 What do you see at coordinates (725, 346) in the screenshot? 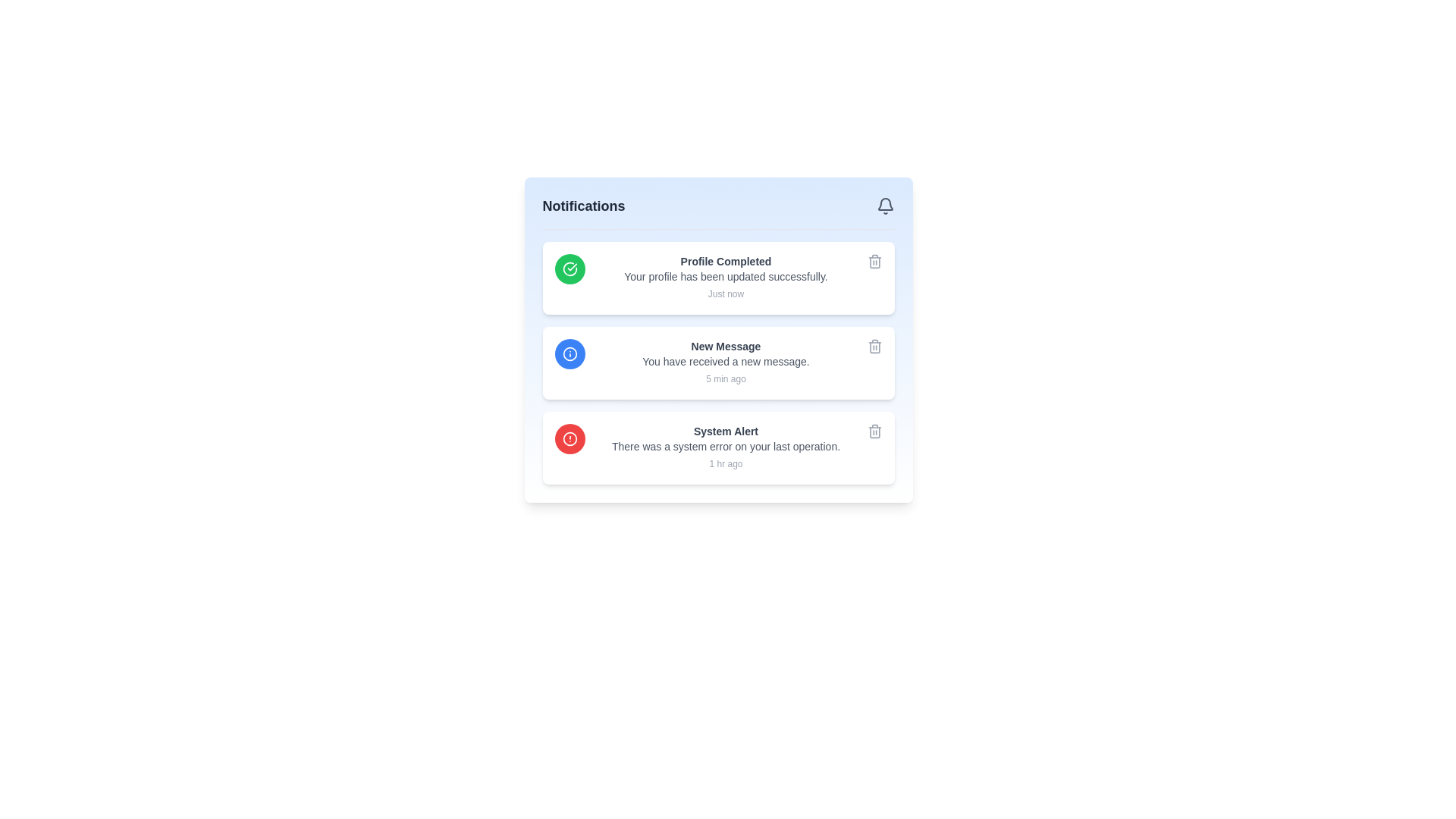
I see `the 'New Message' text label` at bounding box center [725, 346].